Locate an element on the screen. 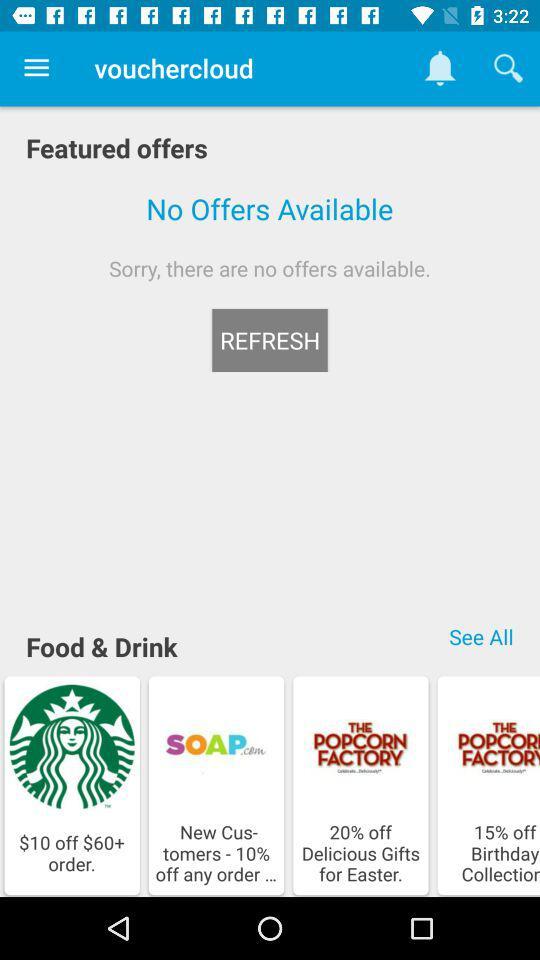 This screenshot has width=540, height=960. icon above featured offers item is located at coordinates (36, 68).